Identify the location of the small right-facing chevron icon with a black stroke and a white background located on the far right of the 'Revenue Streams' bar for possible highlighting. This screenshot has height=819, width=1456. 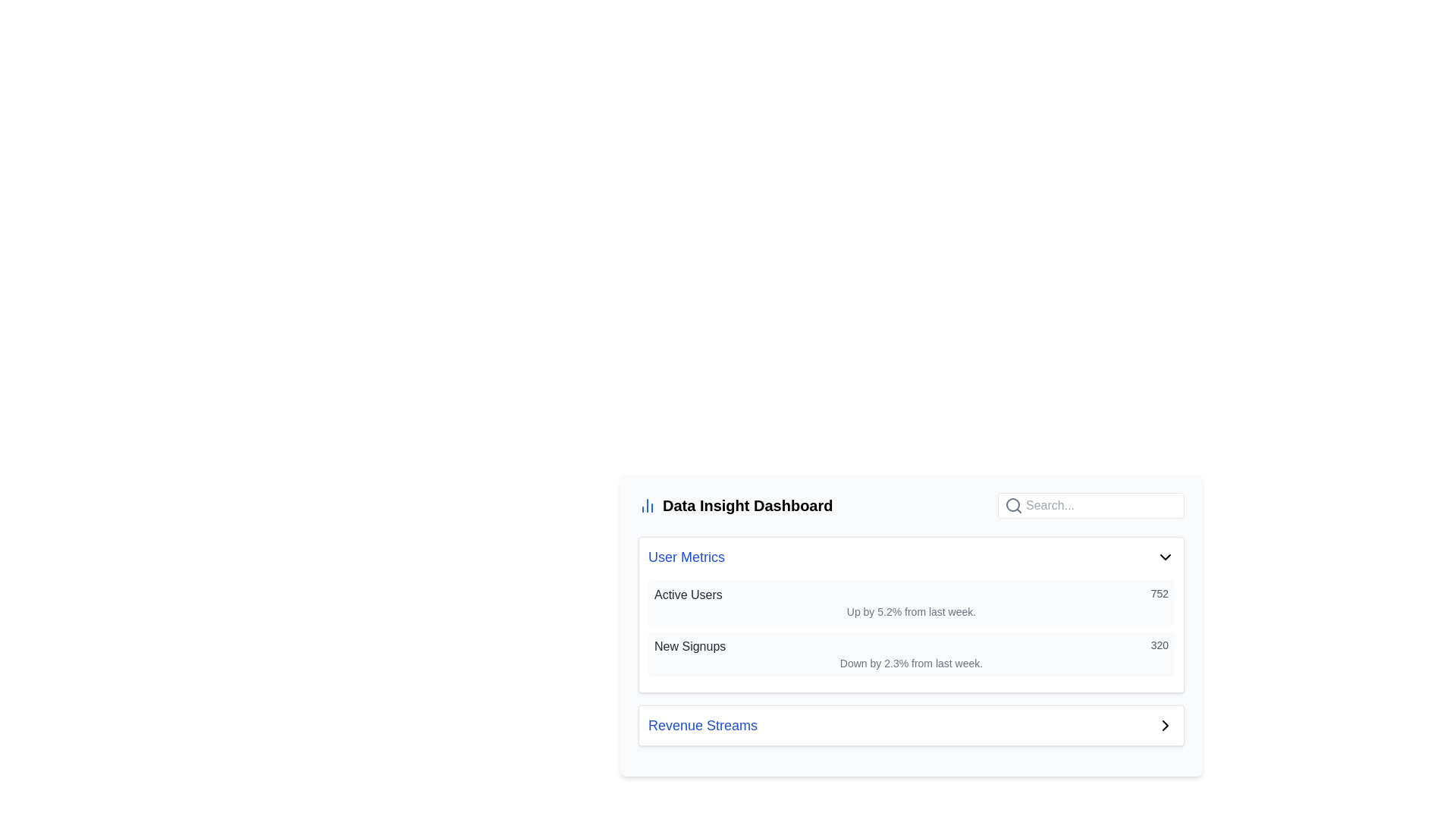
(1164, 724).